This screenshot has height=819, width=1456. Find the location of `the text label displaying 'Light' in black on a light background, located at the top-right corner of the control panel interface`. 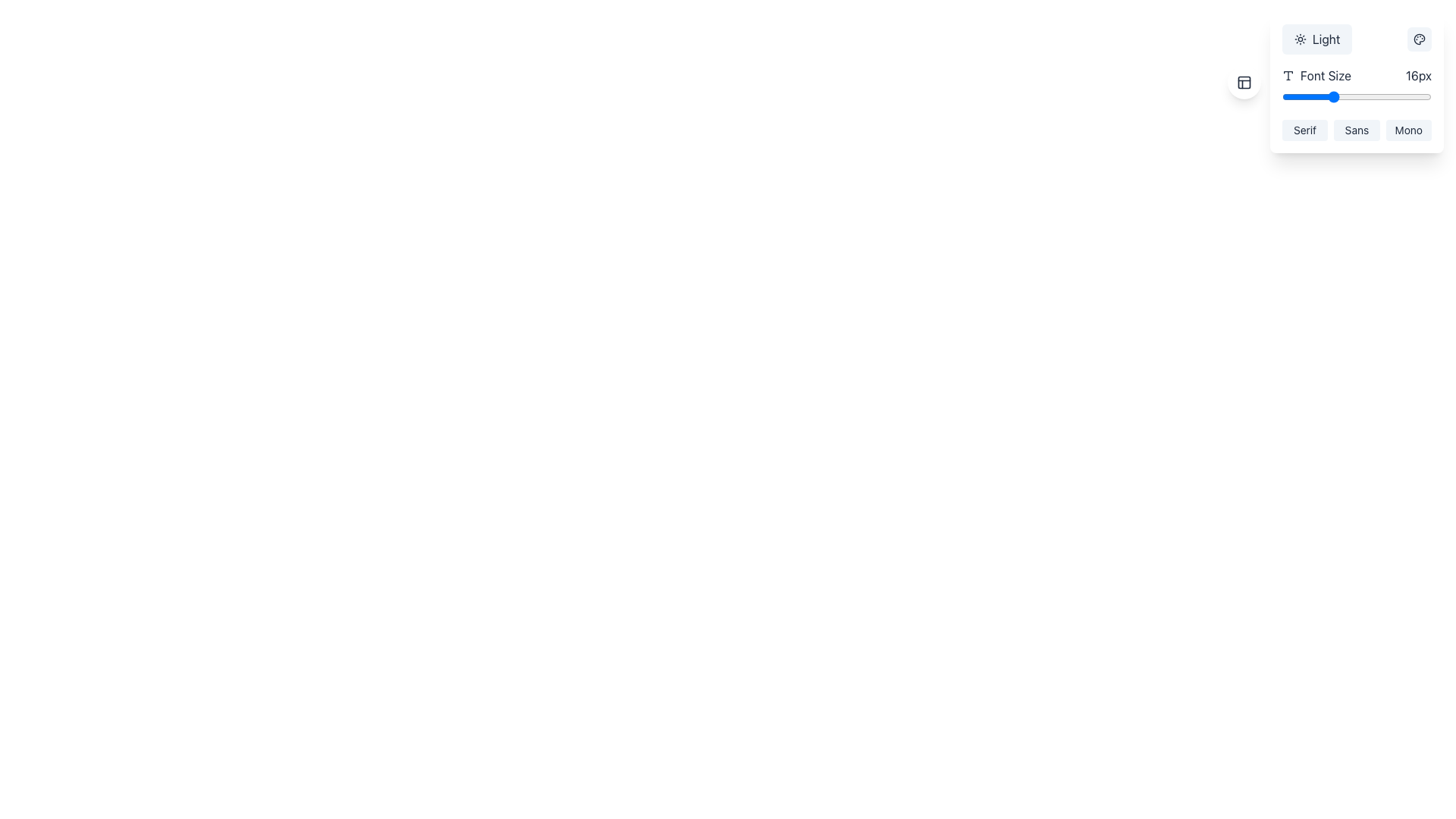

the text label displaying 'Light' in black on a light background, located at the top-right corner of the control panel interface is located at coordinates (1326, 38).